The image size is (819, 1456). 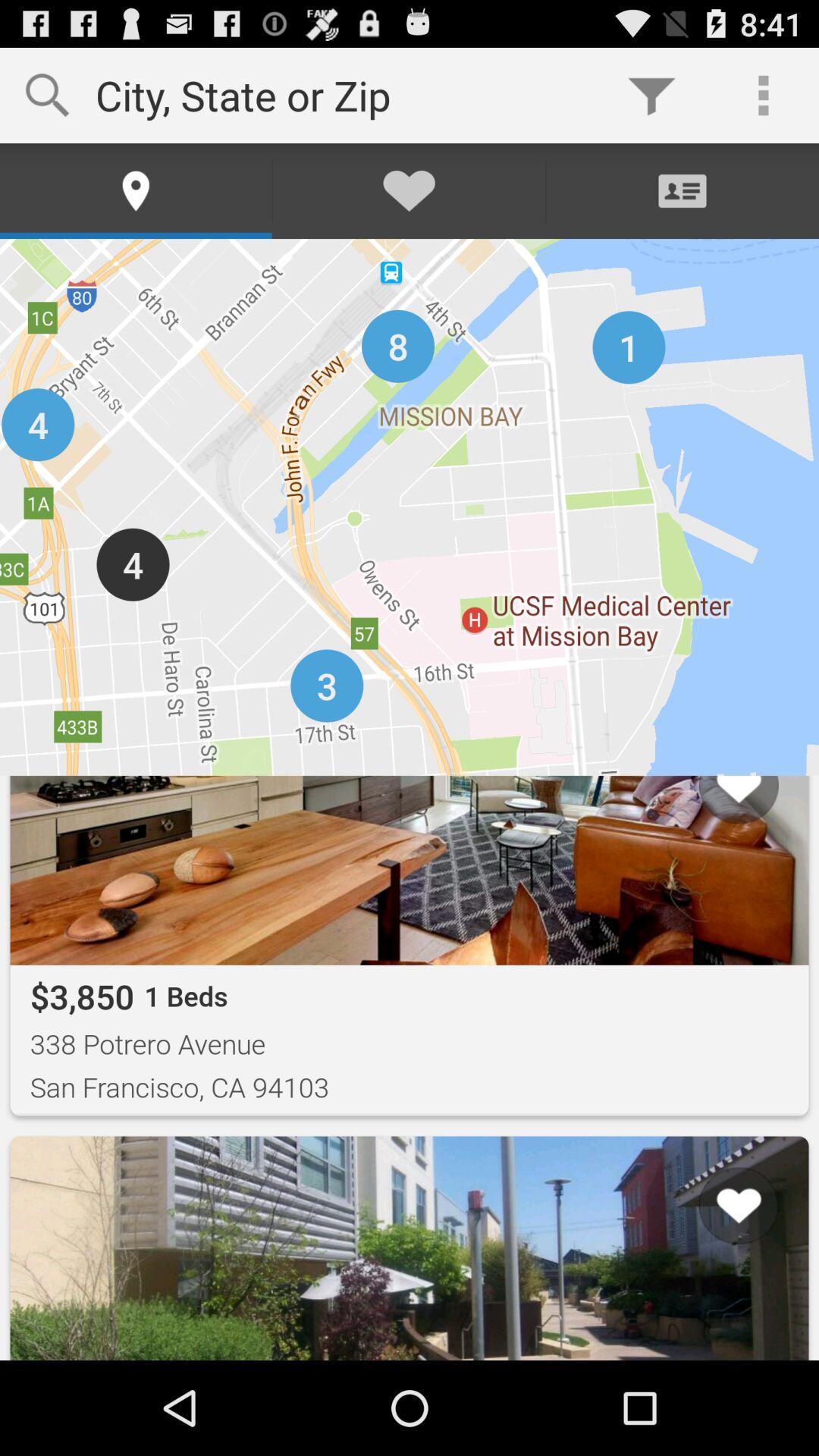 What do you see at coordinates (719, 1301) in the screenshot?
I see `list` at bounding box center [719, 1301].